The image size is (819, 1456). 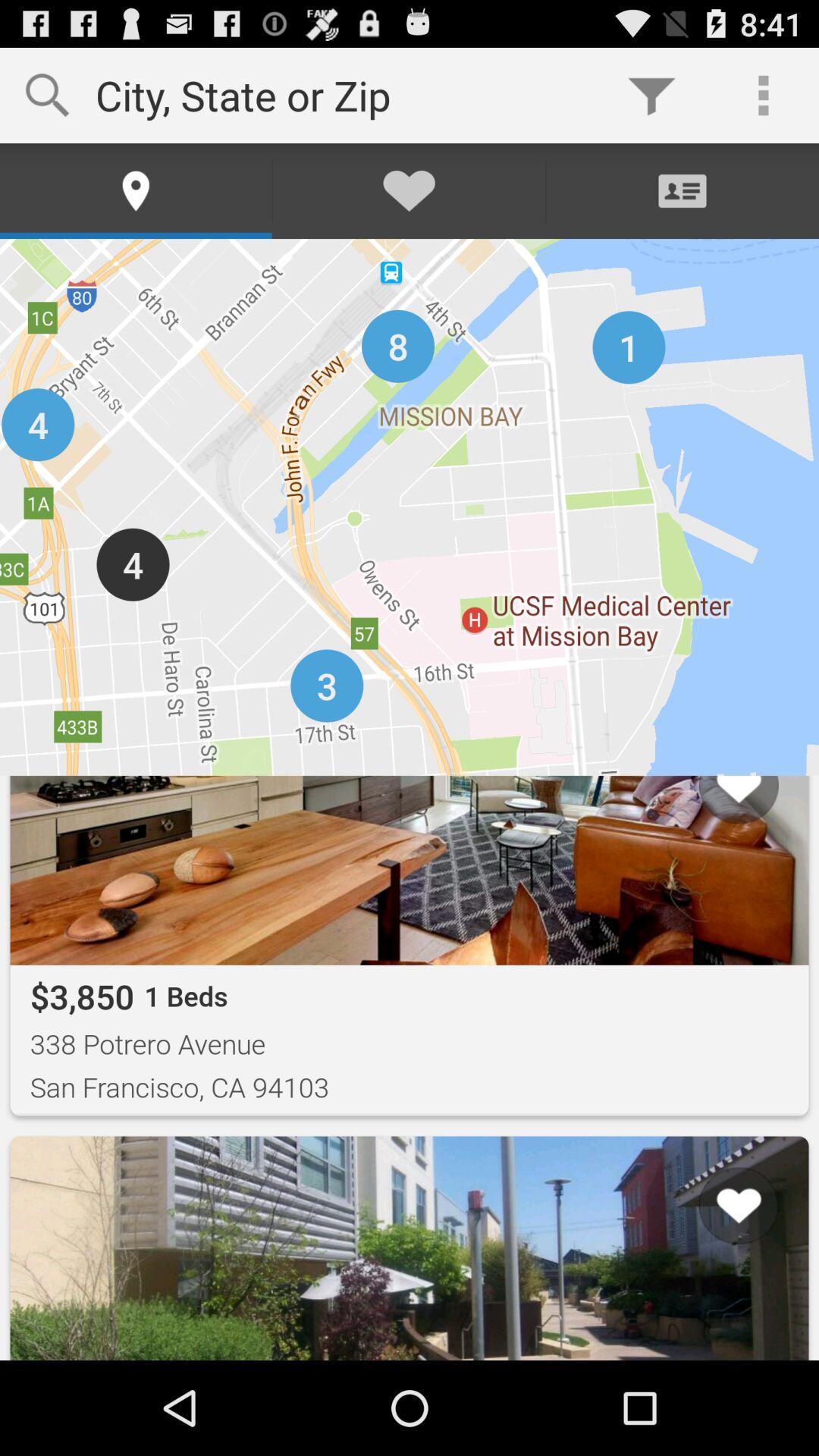 What do you see at coordinates (719, 1301) in the screenshot?
I see `list` at bounding box center [719, 1301].